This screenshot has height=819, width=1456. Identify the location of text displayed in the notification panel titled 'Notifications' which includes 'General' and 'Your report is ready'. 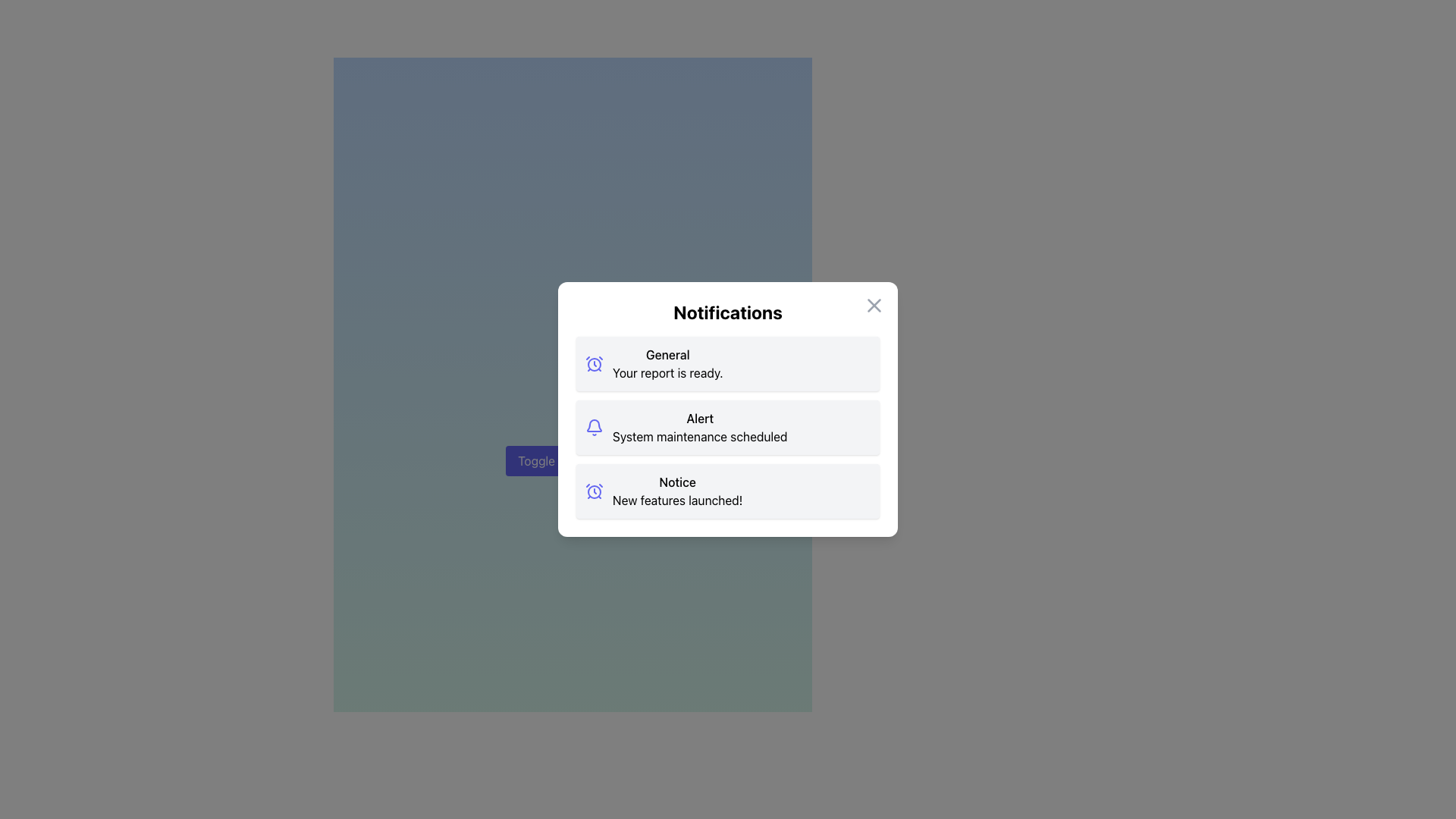
(667, 363).